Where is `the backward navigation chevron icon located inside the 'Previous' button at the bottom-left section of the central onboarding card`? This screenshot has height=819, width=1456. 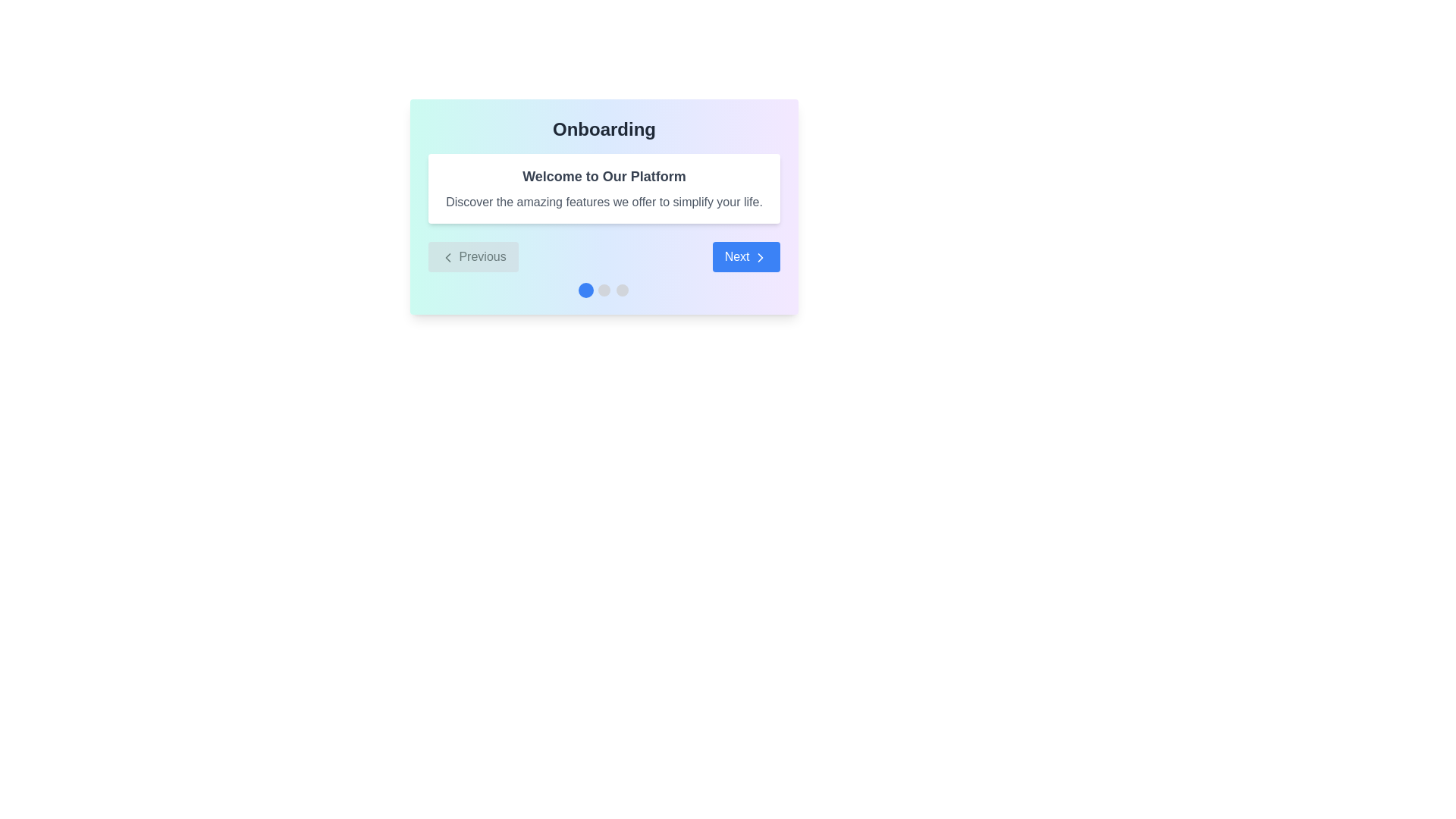 the backward navigation chevron icon located inside the 'Previous' button at the bottom-left section of the central onboarding card is located at coordinates (447, 256).